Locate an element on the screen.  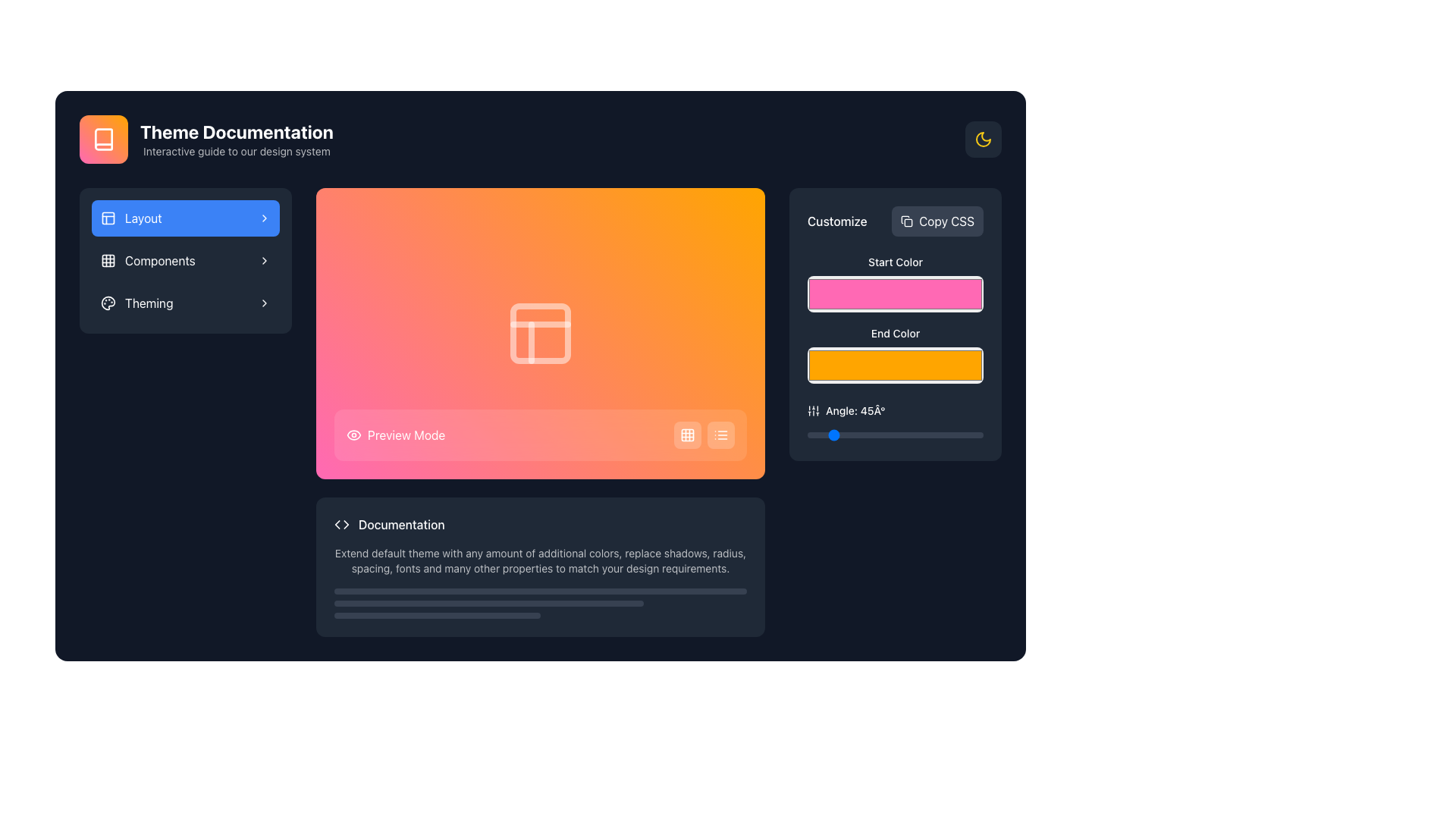
the 'Layout' menu item in the vertical navigation panel, which is the first item under the heading section and has an icon on the left and a chevron icon on the right is located at coordinates (143, 218).